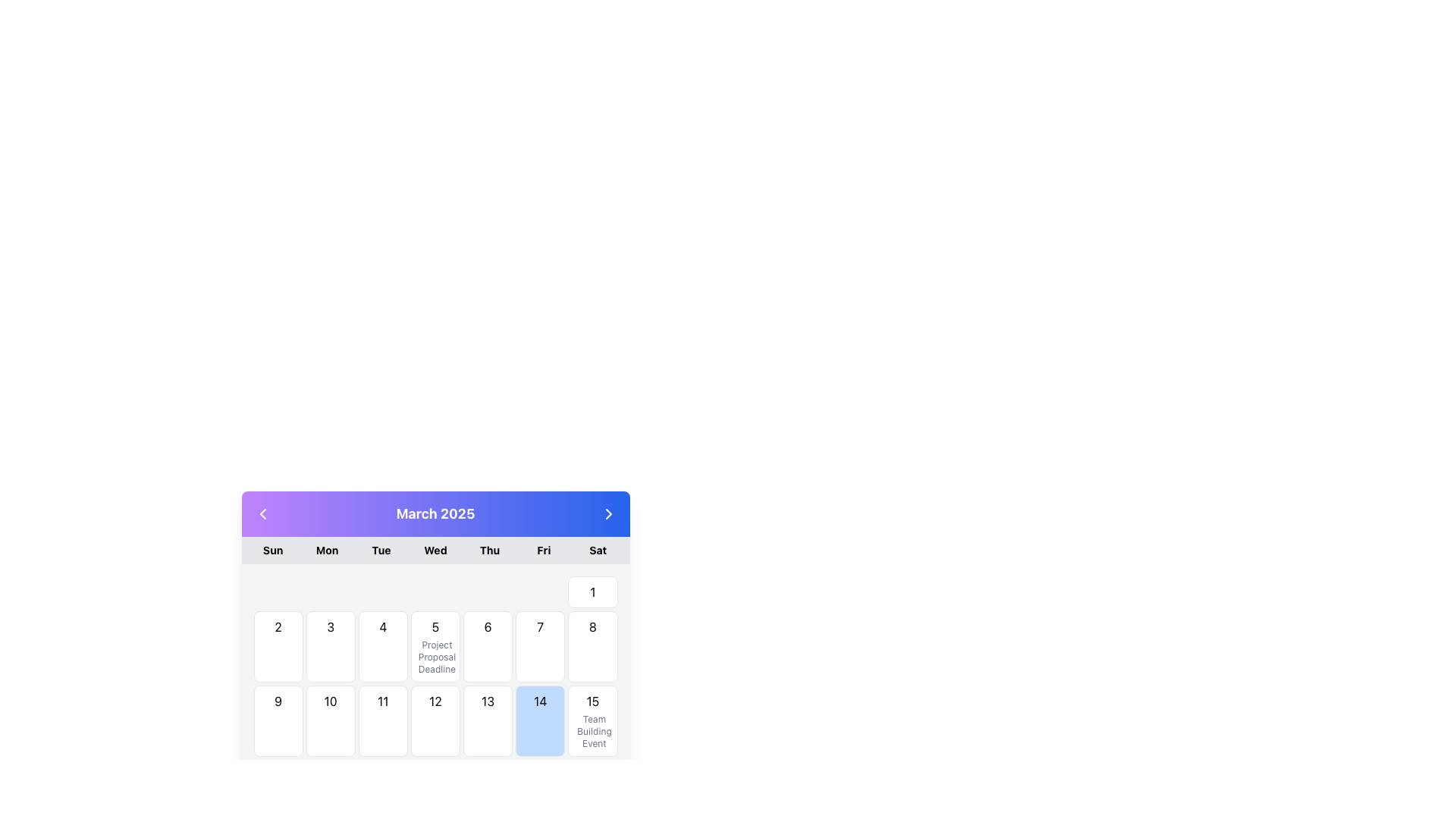 This screenshot has width=1456, height=819. What do you see at coordinates (592, 646) in the screenshot?
I see `the calendar tile for the 8th day, which has a white background and displays the number '8'` at bounding box center [592, 646].